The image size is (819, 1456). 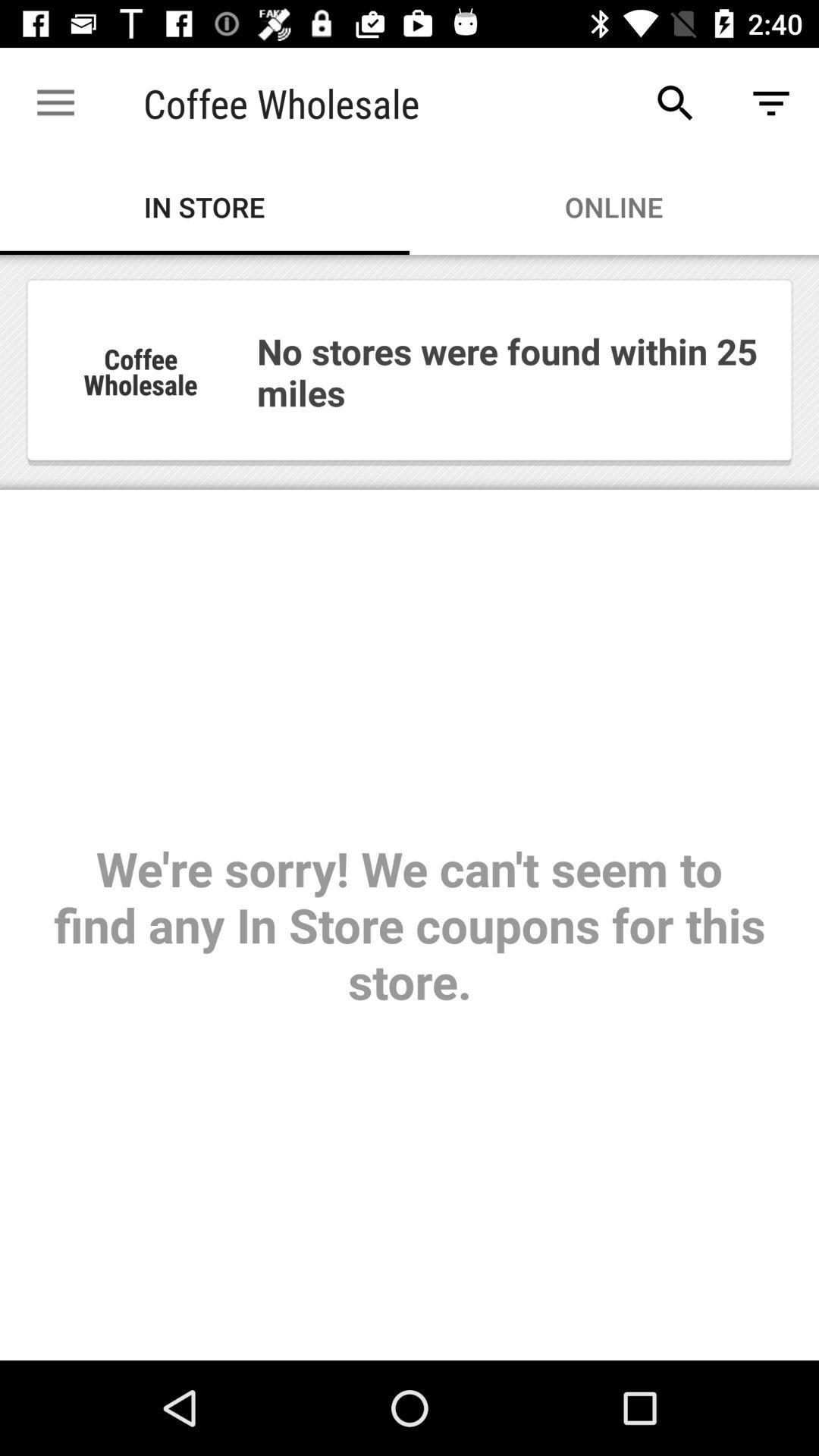 I want to click on app next to the coffee wholesale, so click(x=55, y=102).